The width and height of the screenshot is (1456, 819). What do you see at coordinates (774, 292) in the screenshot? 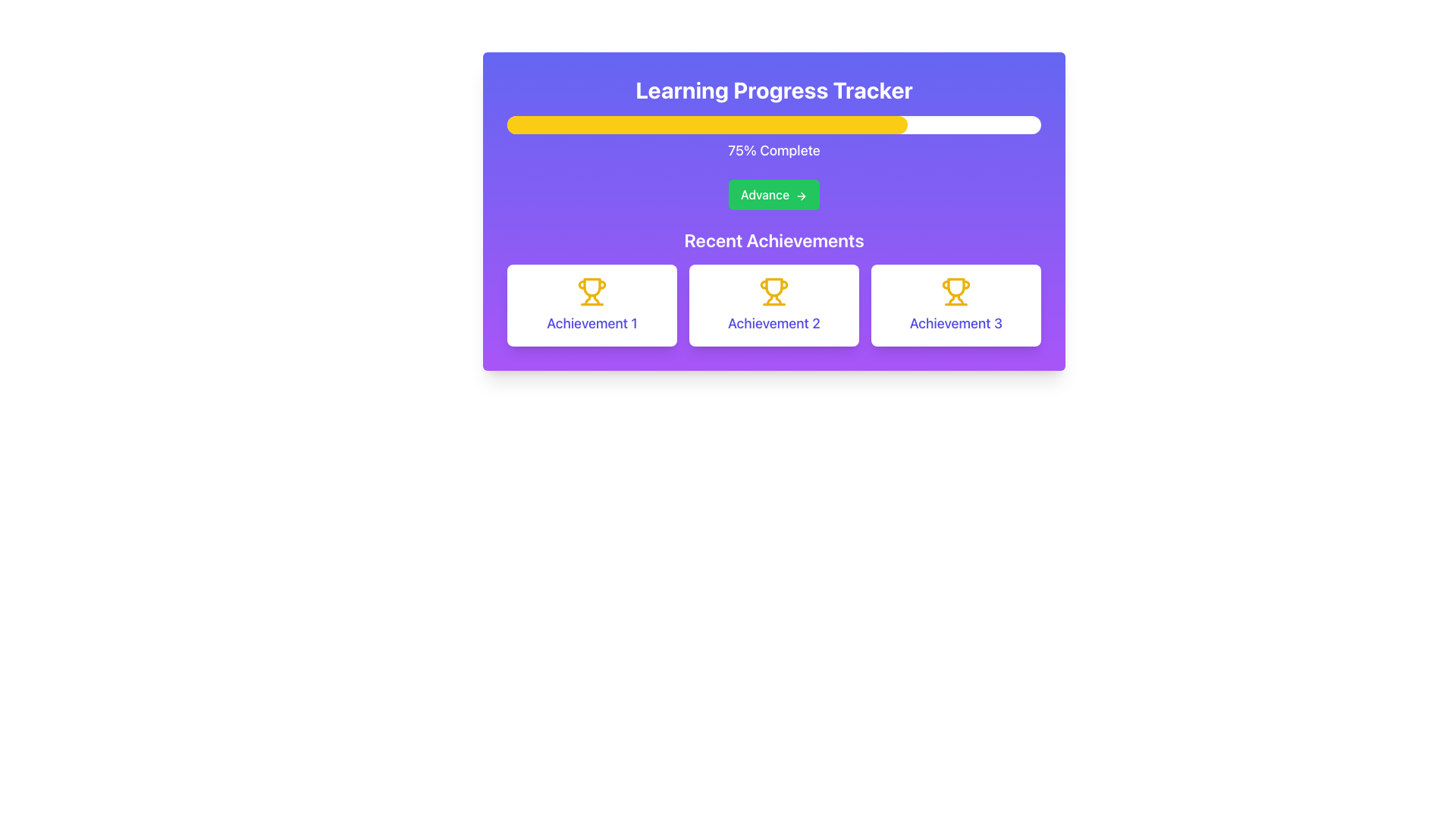
I see `the trophy icon, which is bright yellow, modern in design, and located in the center of the 'Achievement 2' card under the 'Recent Achievements' section` at bounding box center [774, 292].